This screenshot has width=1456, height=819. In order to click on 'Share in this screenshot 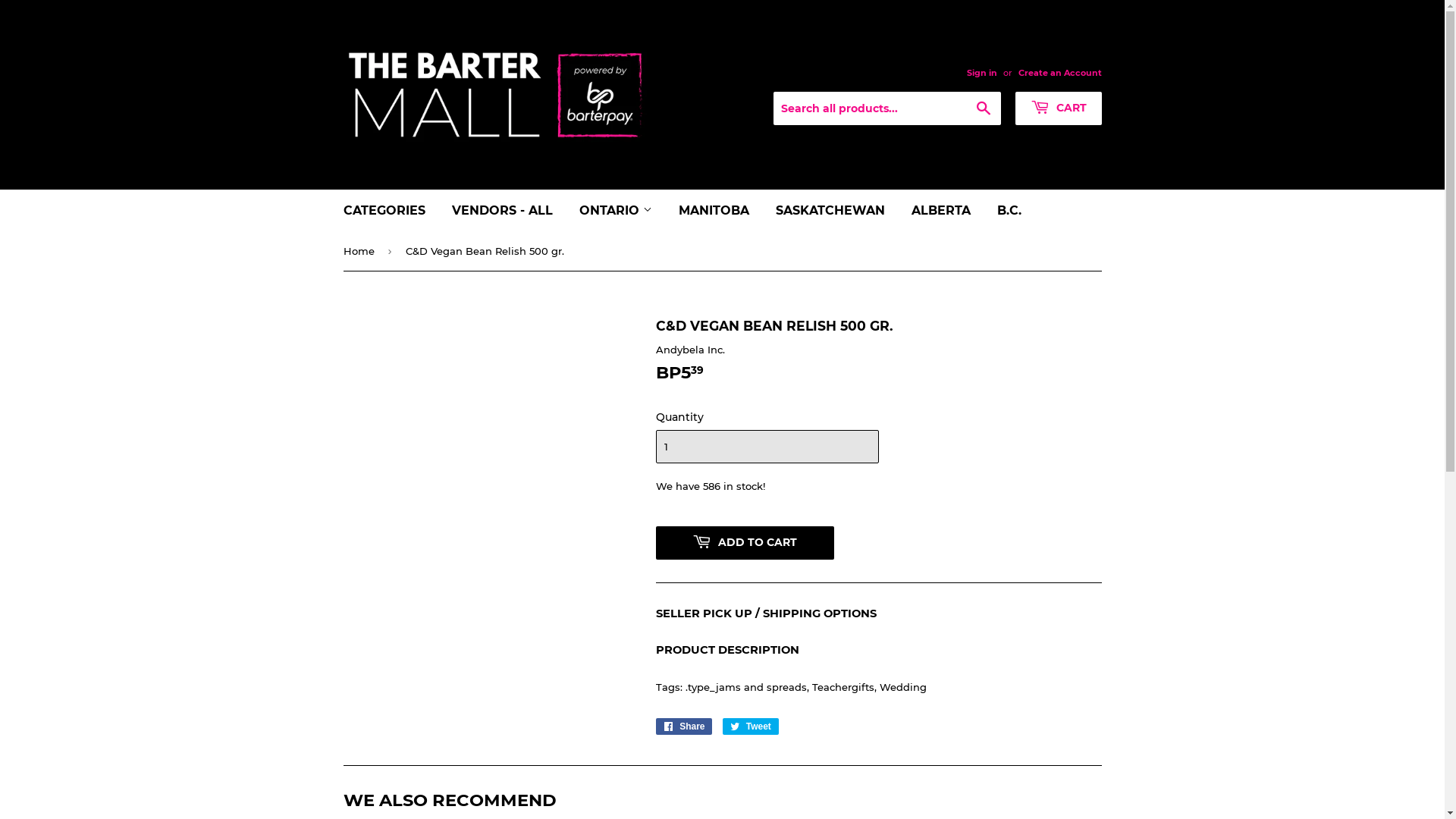, I will do `click(682, 725)`.